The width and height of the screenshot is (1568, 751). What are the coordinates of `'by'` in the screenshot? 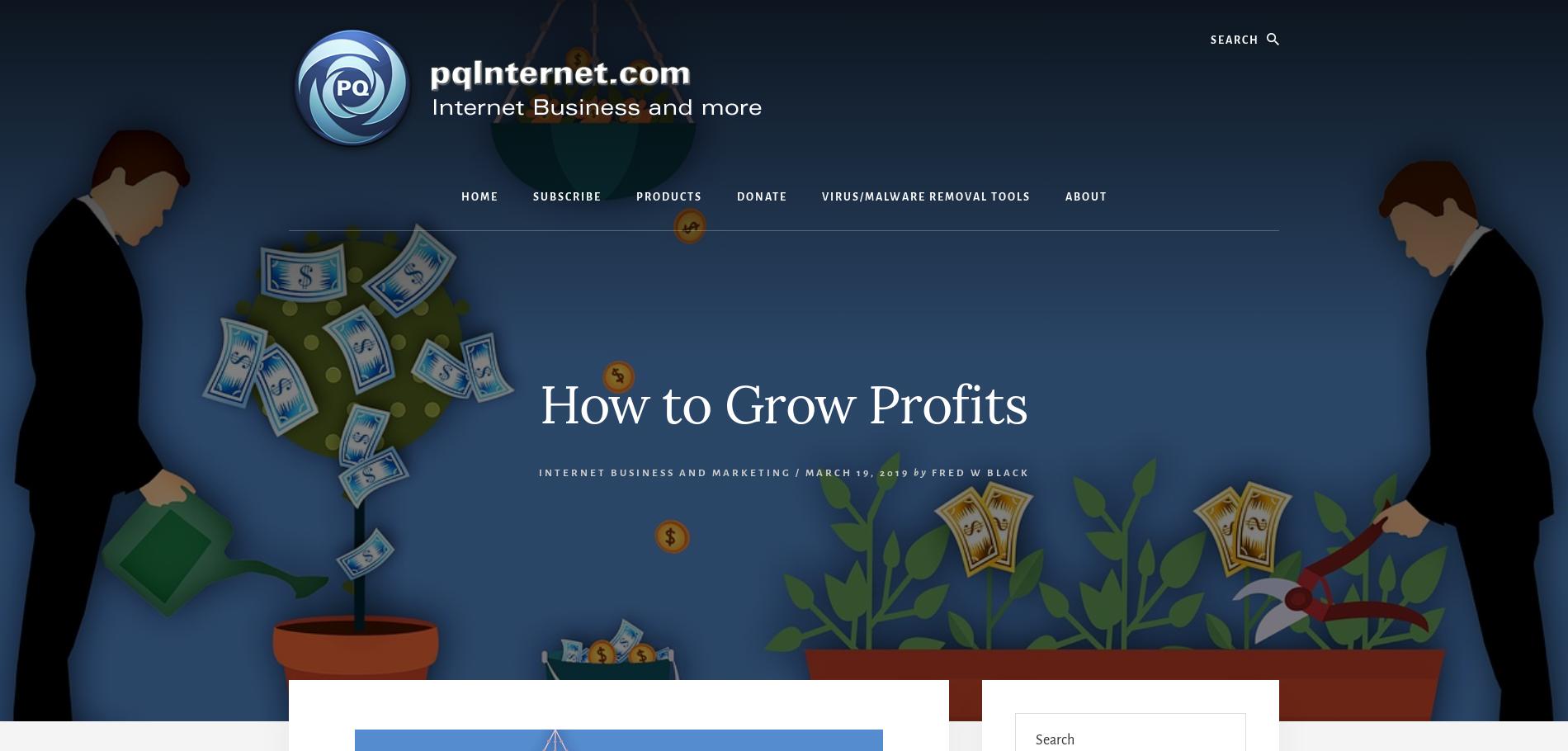 It's located at (919, 472).